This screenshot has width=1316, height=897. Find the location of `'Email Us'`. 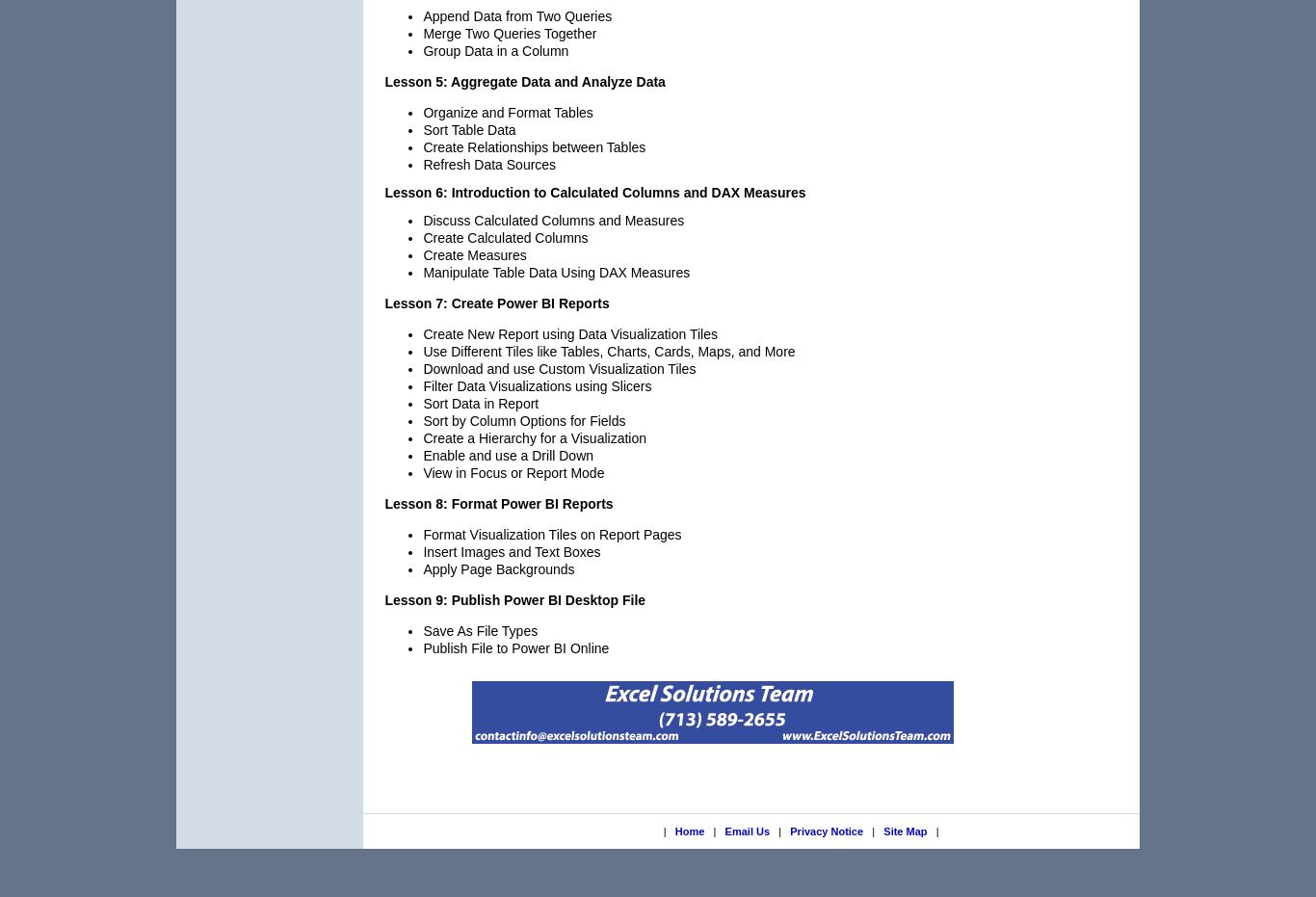

'Email Us' is located at coordinates (724, 831).